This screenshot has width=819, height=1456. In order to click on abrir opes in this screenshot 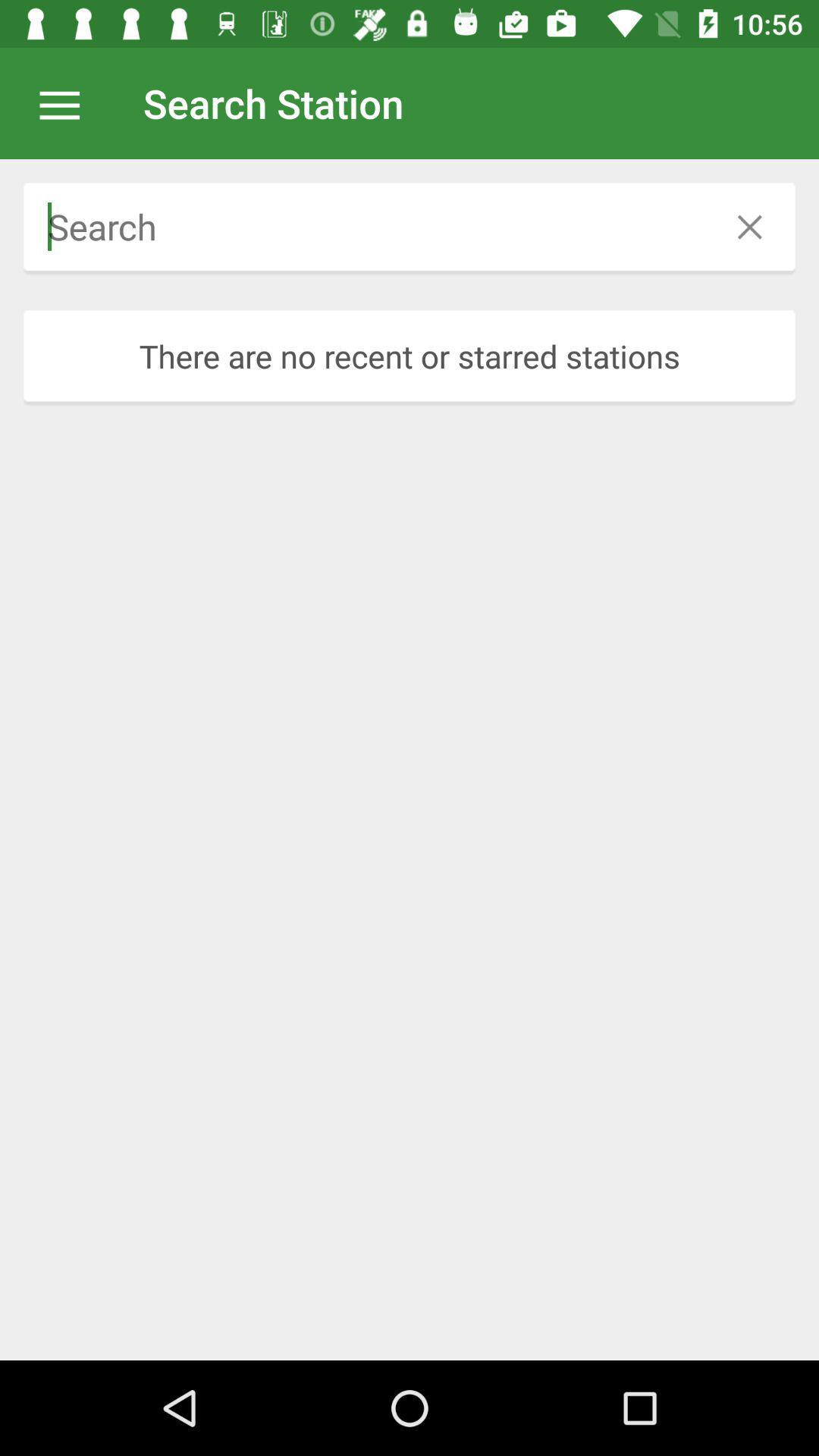, I will do `click(67, 102)`.